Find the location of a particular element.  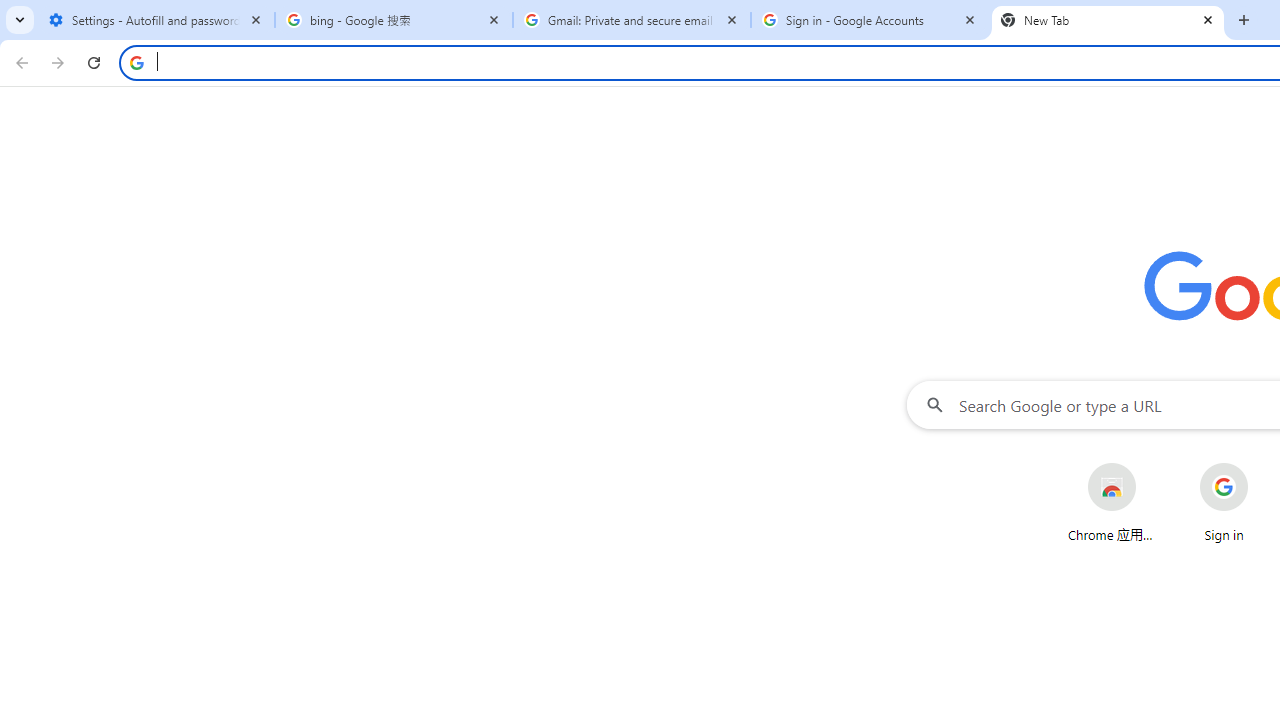

'New Tab' is located at coordinates (1107, 20).